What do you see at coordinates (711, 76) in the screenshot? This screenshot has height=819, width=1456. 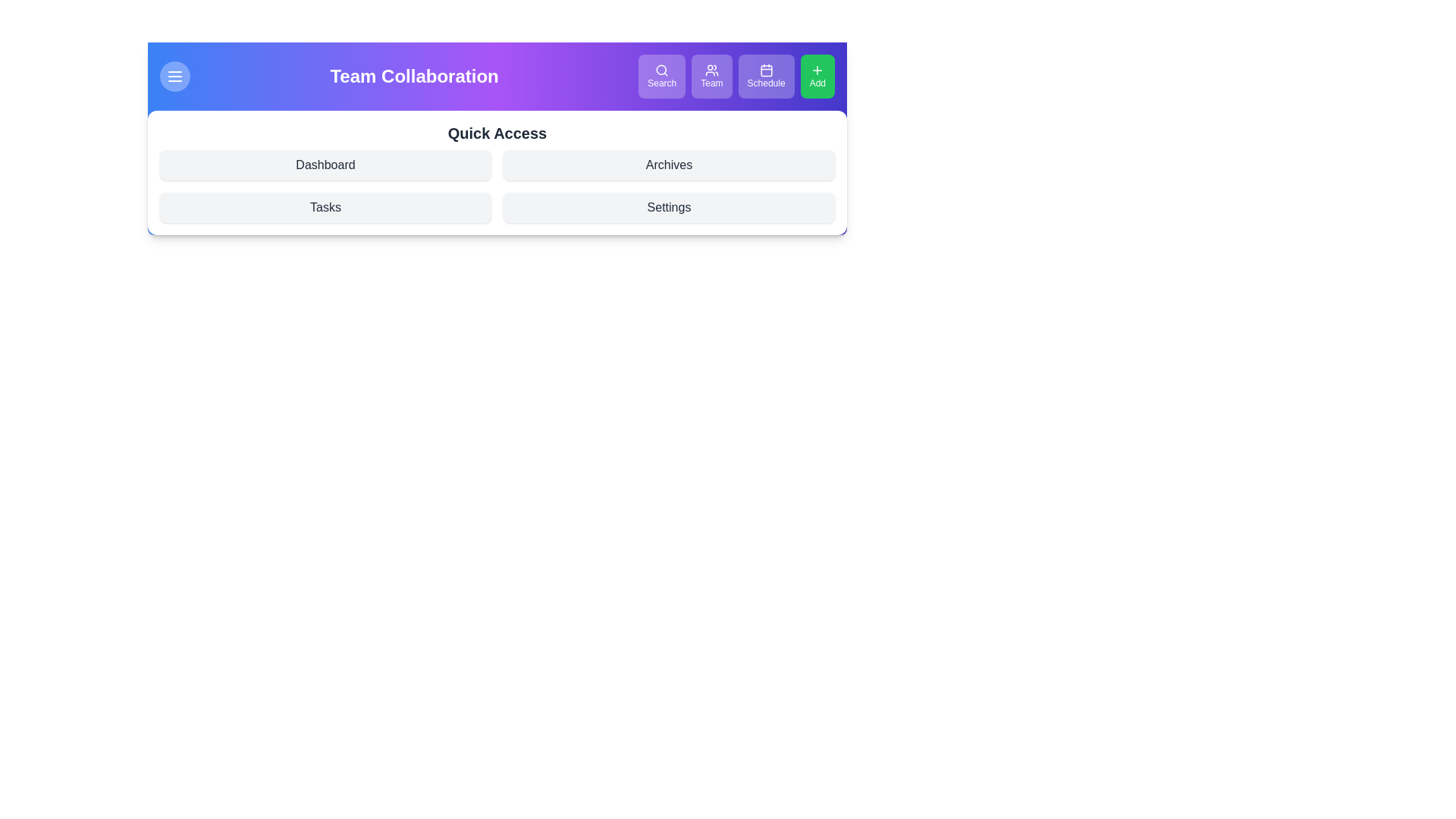 I see `the Team button in the navigation bar` at bounding box center [711, 76].